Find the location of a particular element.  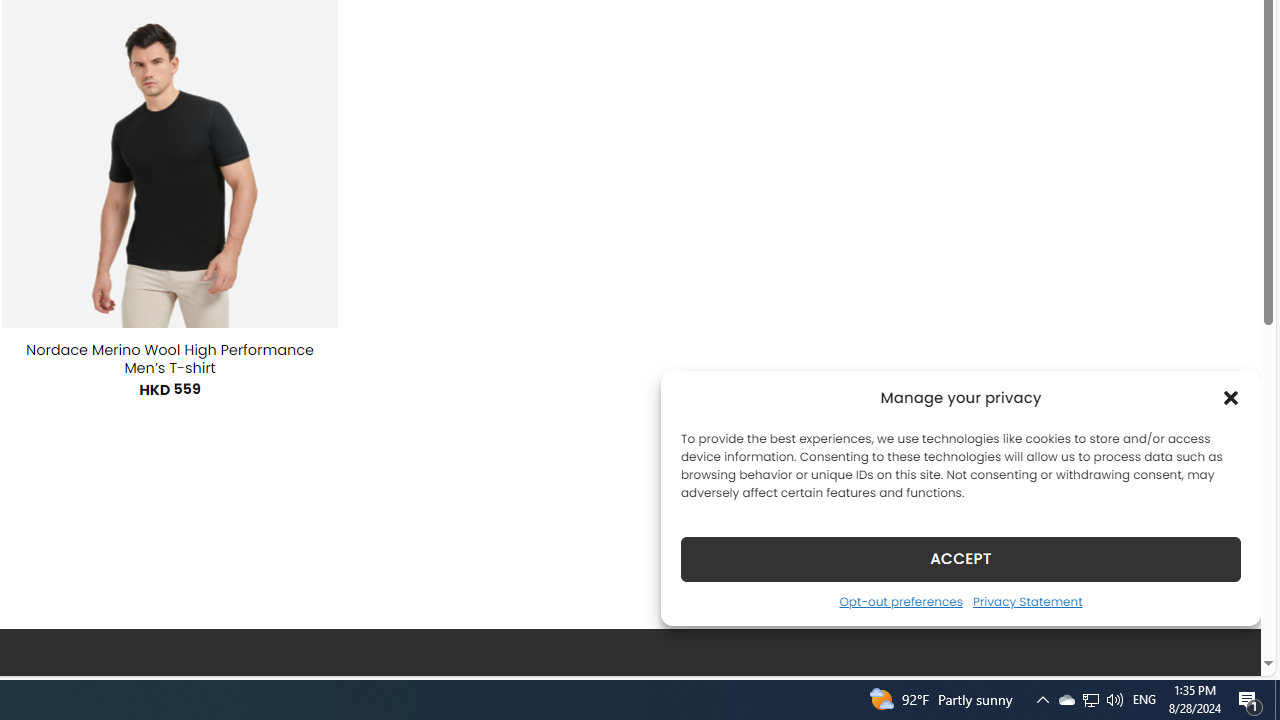

'Opt-out preferences' is located at coordinates (899, 600).